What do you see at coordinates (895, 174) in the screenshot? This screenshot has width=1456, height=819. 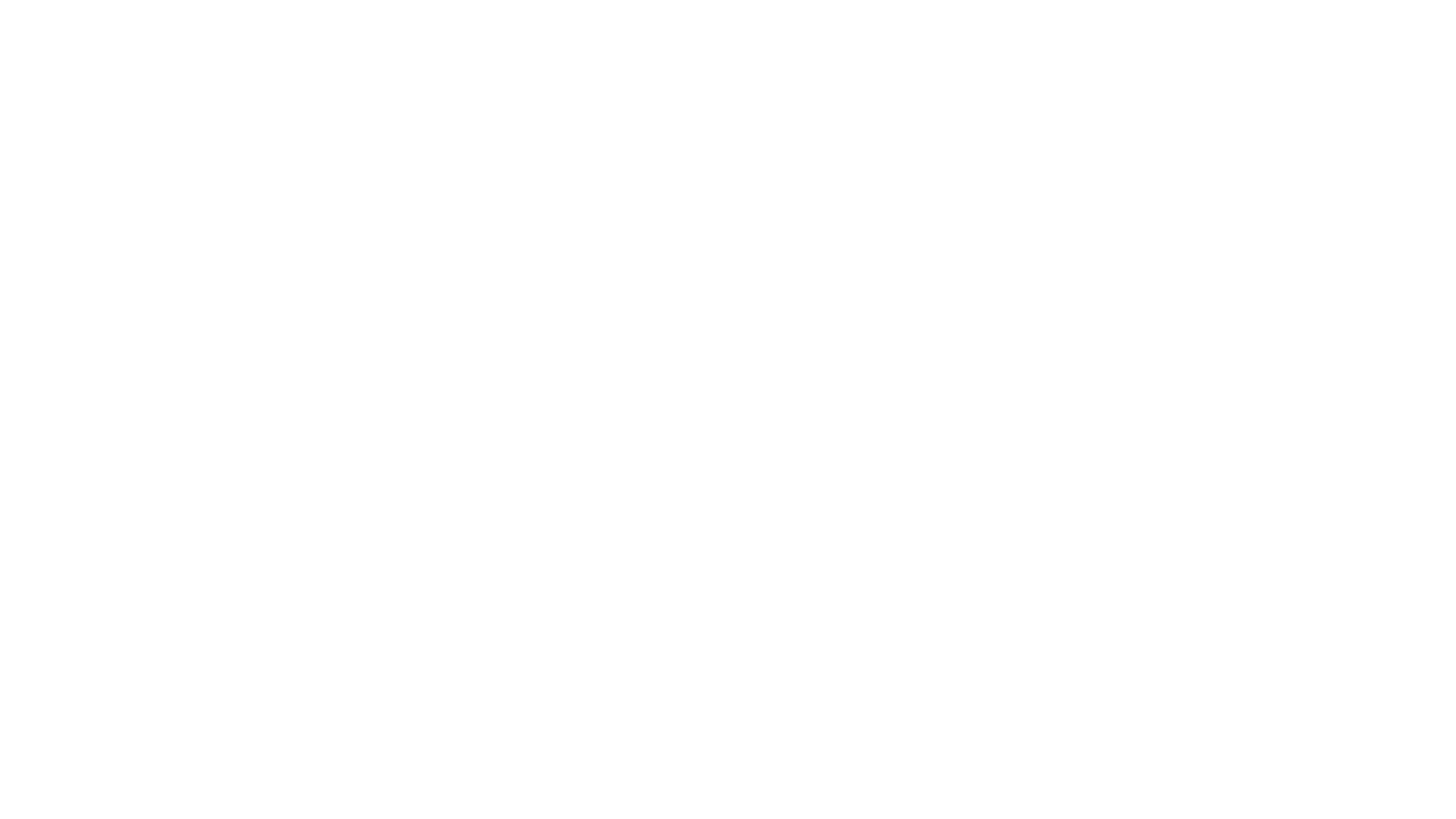 I see `Geoffroy Citegetse` at bounding box center [895, 174].